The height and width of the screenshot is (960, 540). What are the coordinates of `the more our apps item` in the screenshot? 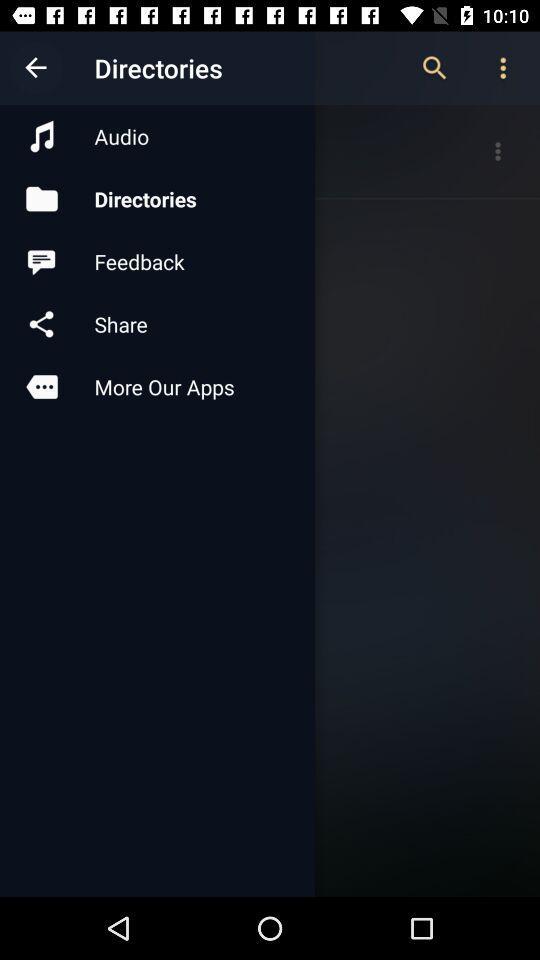 It's located at (156, 385).